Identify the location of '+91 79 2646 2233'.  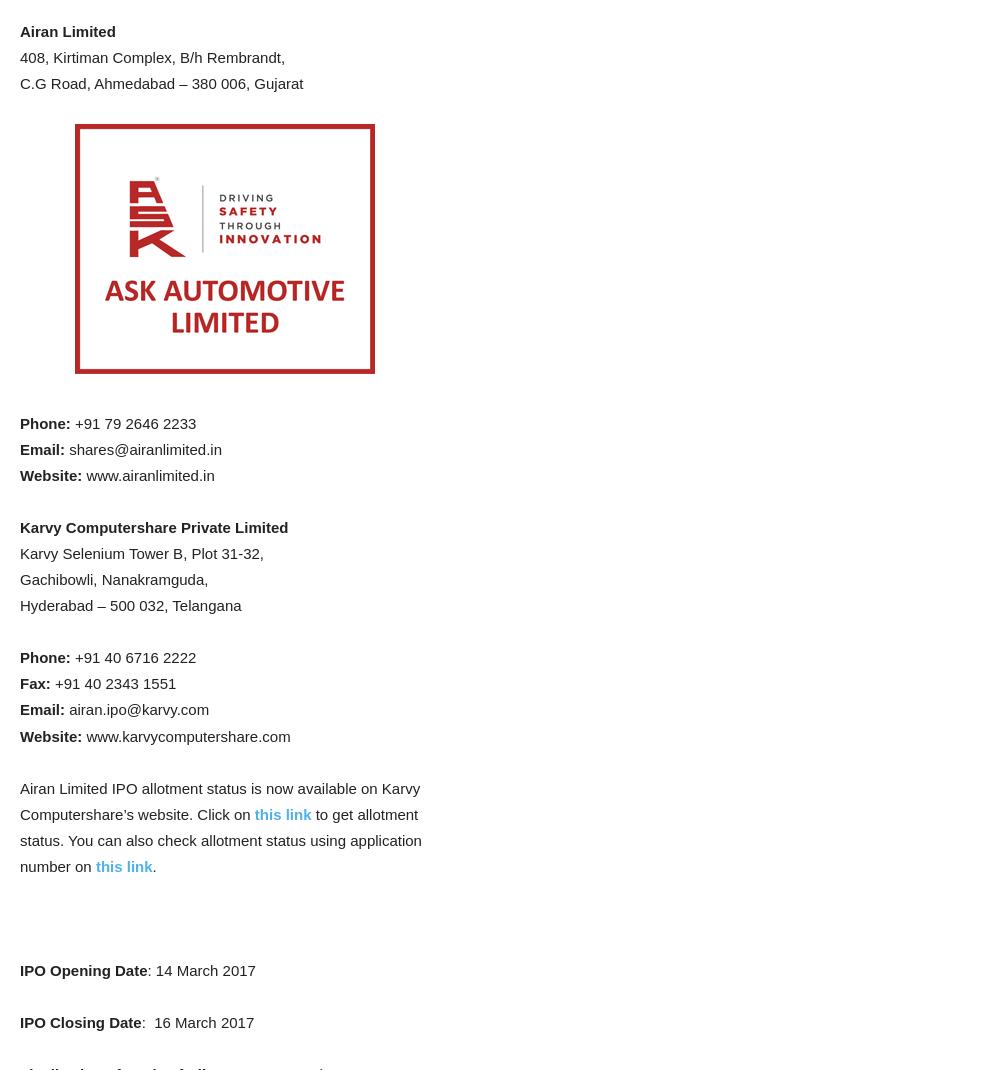
(131, 421).